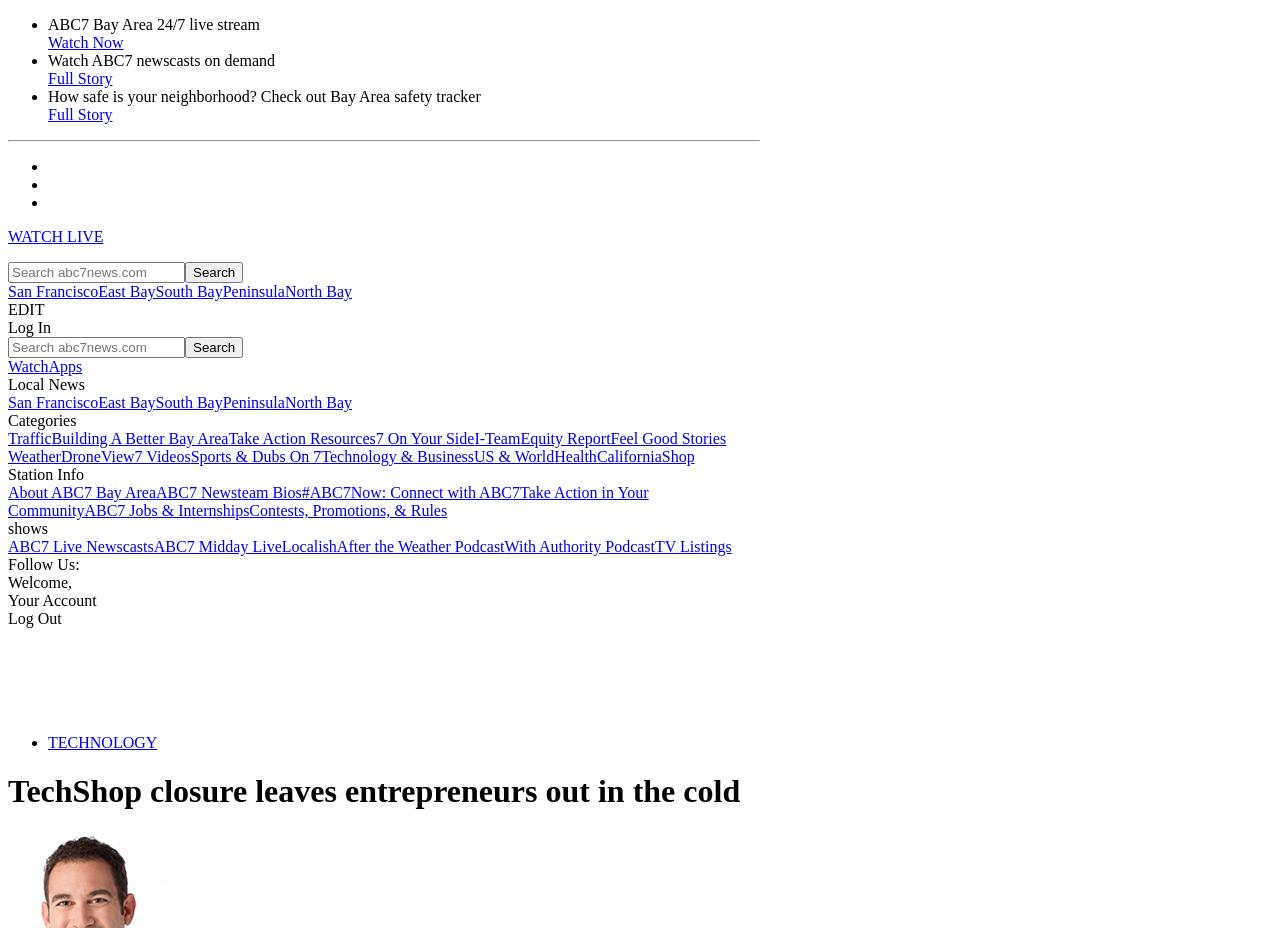  Describe the element at coordinates (7, 582) in the screenshot. I see `'Welcome,'` at that location.